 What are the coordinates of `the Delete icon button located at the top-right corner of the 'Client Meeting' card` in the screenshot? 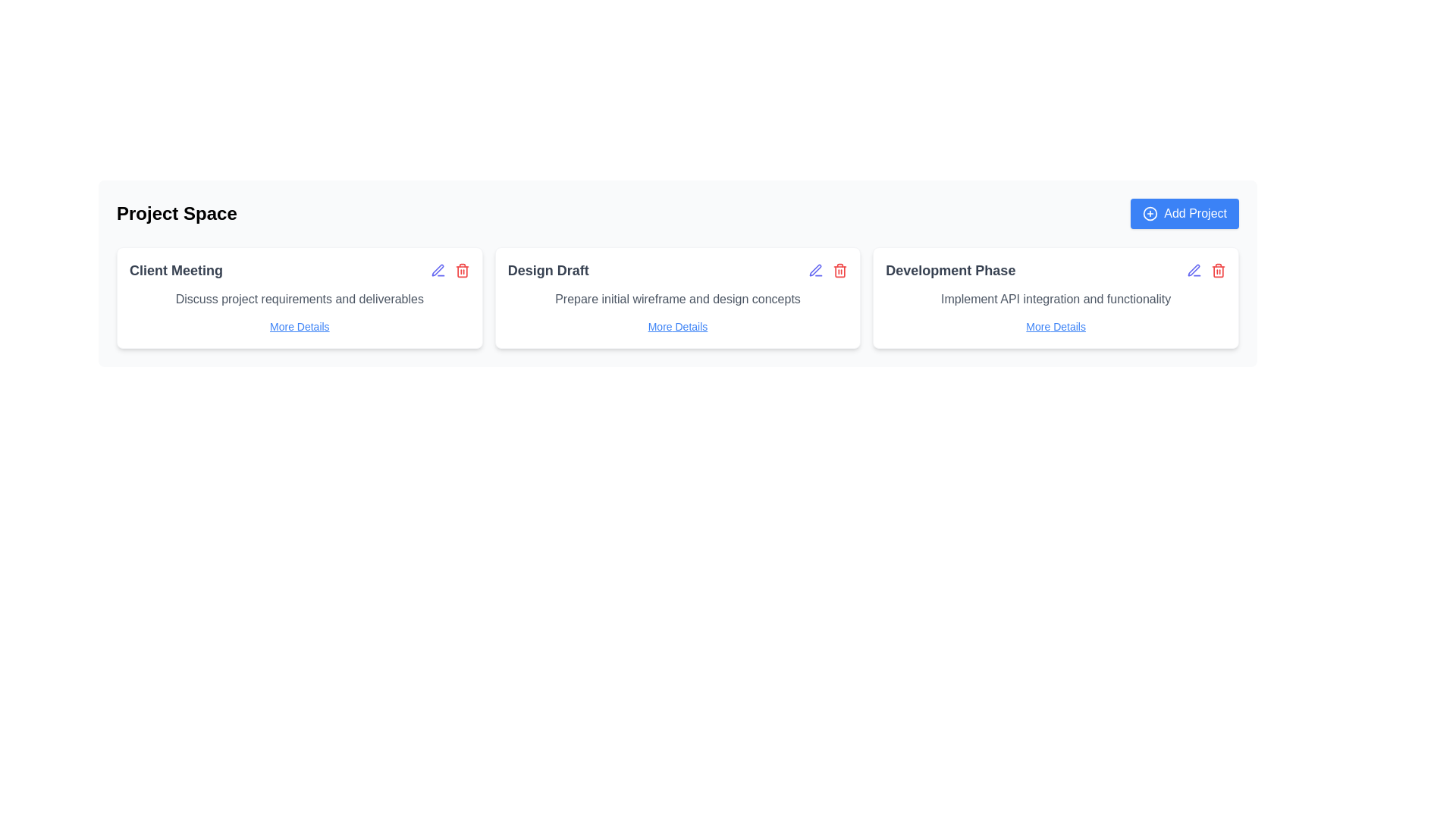 It's located at (461, 270).